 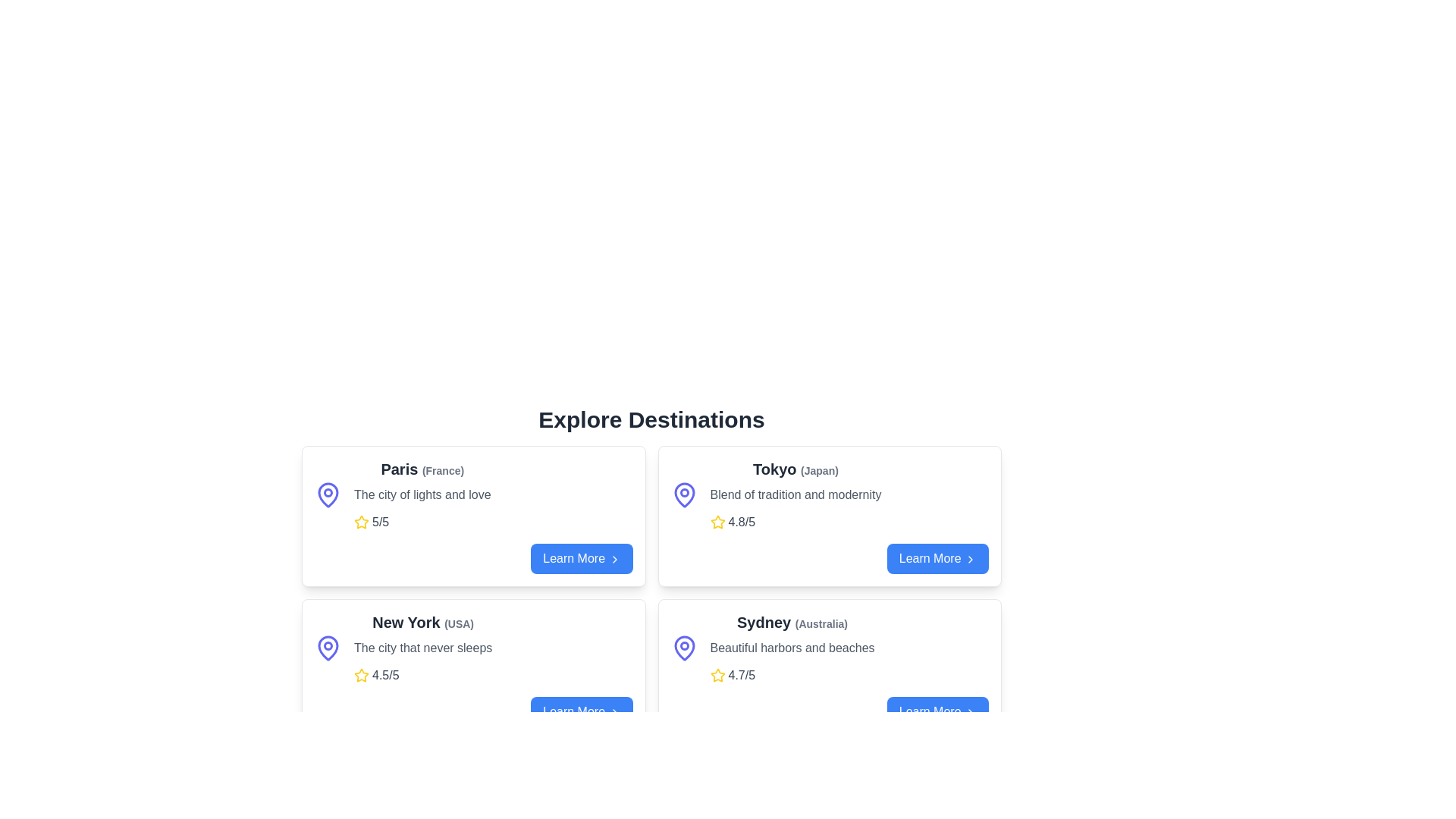 What do you see at coordinates (581, 711) in the screenshot?
I see `the blue 'Learn More' button with rounded corners located in the bottom right corner of the New York card` at bounding box center [581, 711].